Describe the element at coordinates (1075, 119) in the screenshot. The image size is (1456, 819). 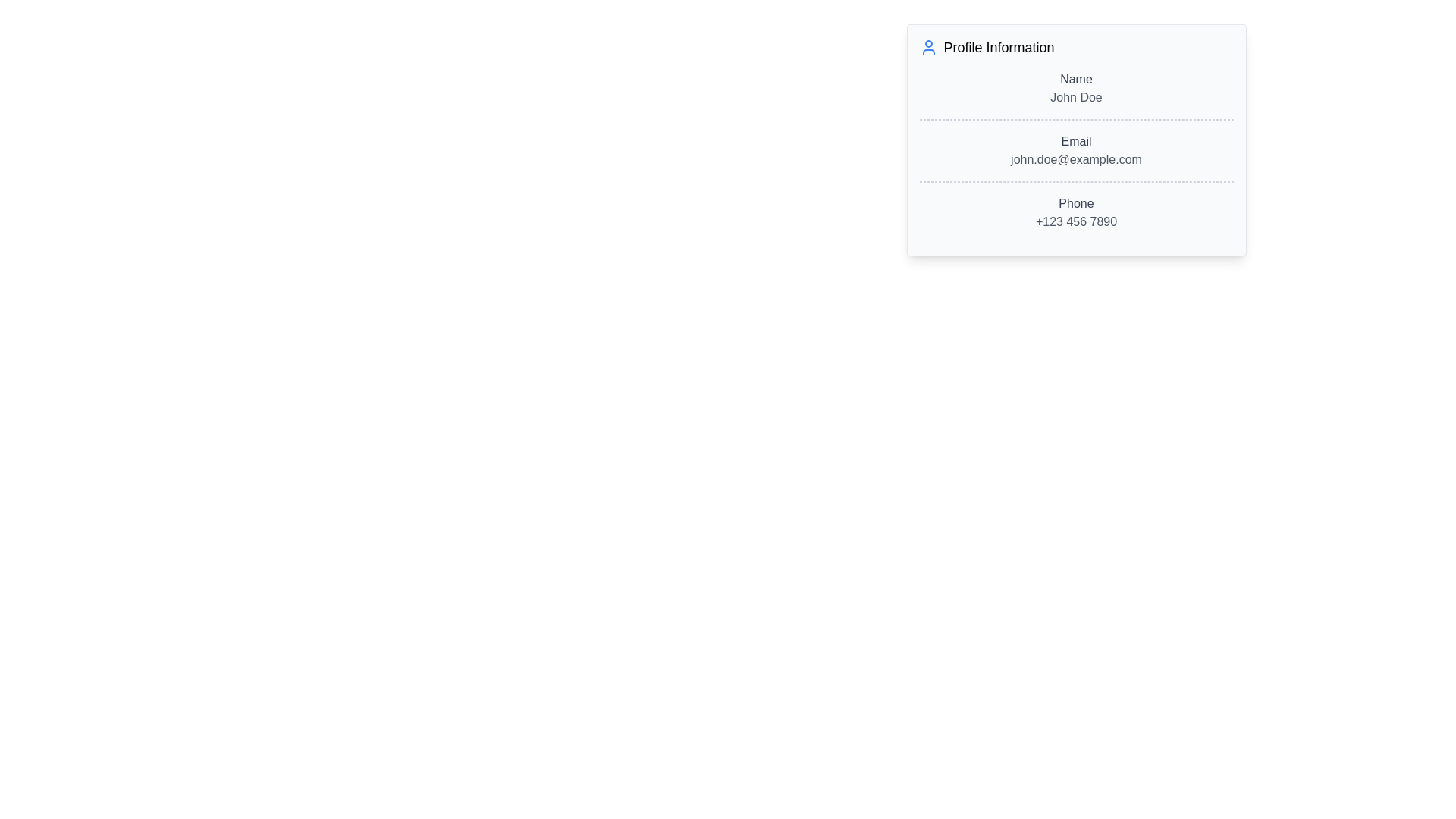
I see `the Divider element that visually separates 'Name John Doe' and 'Email john.doe@example.com'` at that location.